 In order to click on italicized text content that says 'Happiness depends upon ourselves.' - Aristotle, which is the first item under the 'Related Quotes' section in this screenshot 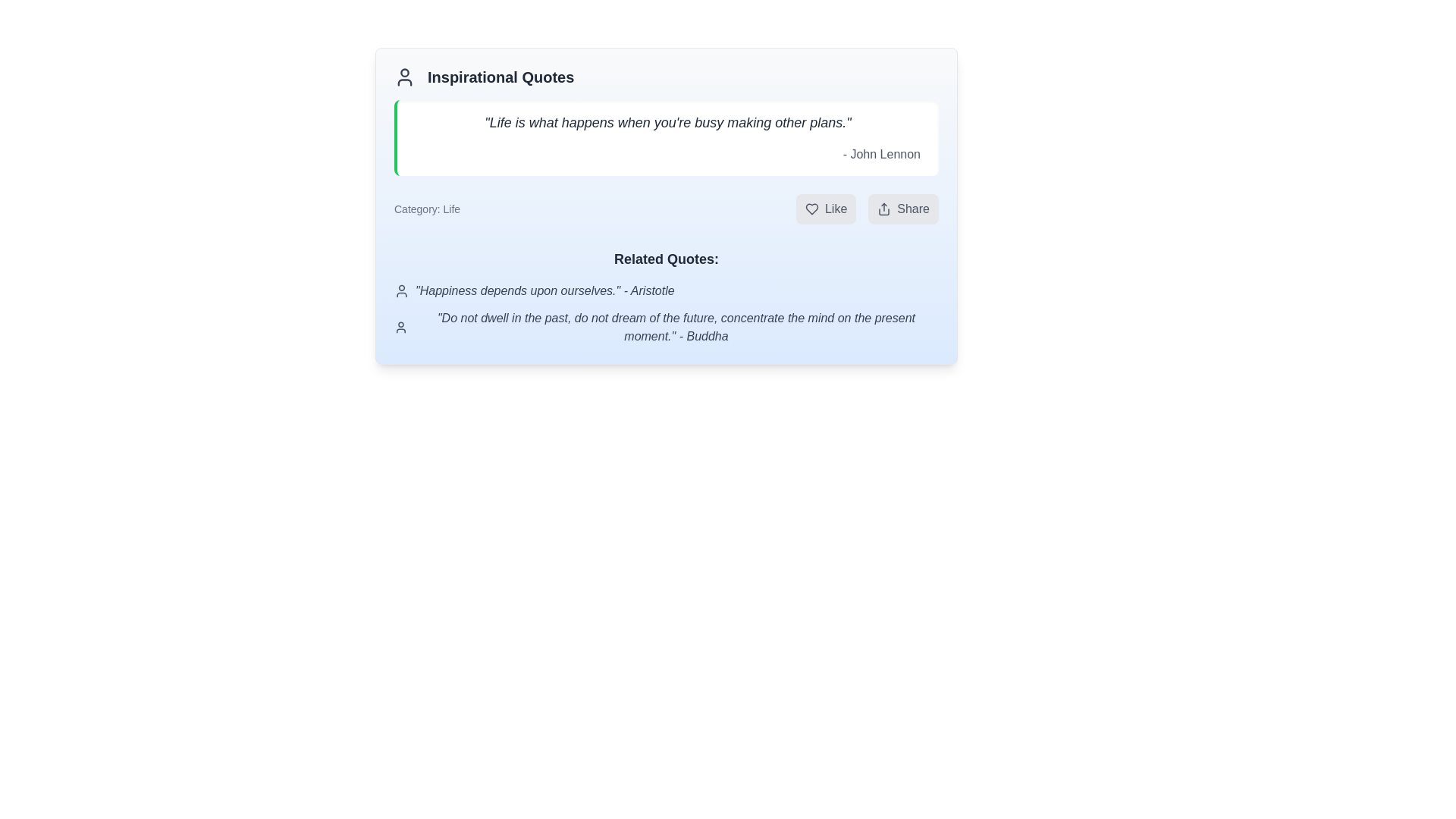, I will do `click(666, 291)`.